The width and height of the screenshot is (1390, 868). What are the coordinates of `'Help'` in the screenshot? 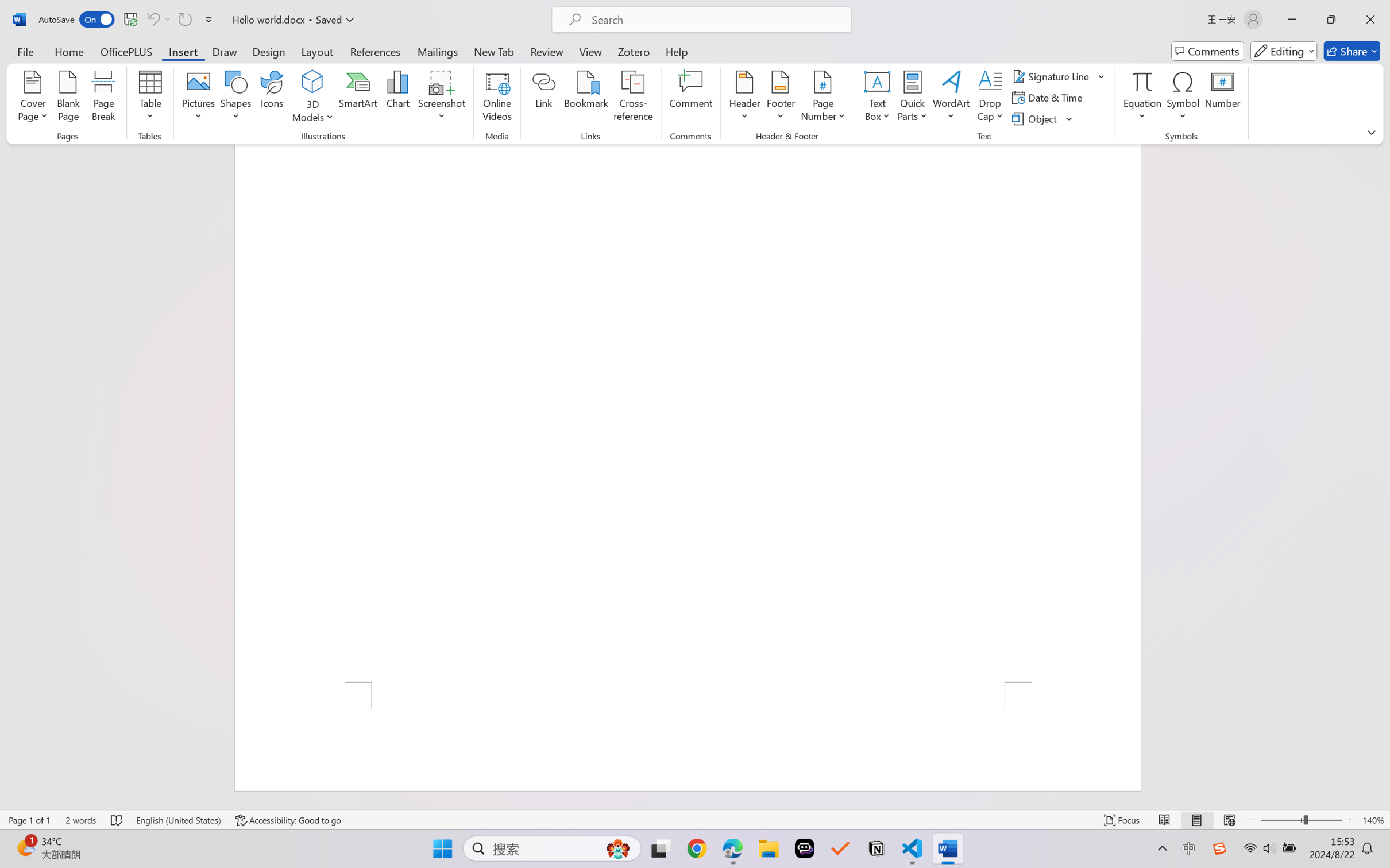 It's located at (676, 51).